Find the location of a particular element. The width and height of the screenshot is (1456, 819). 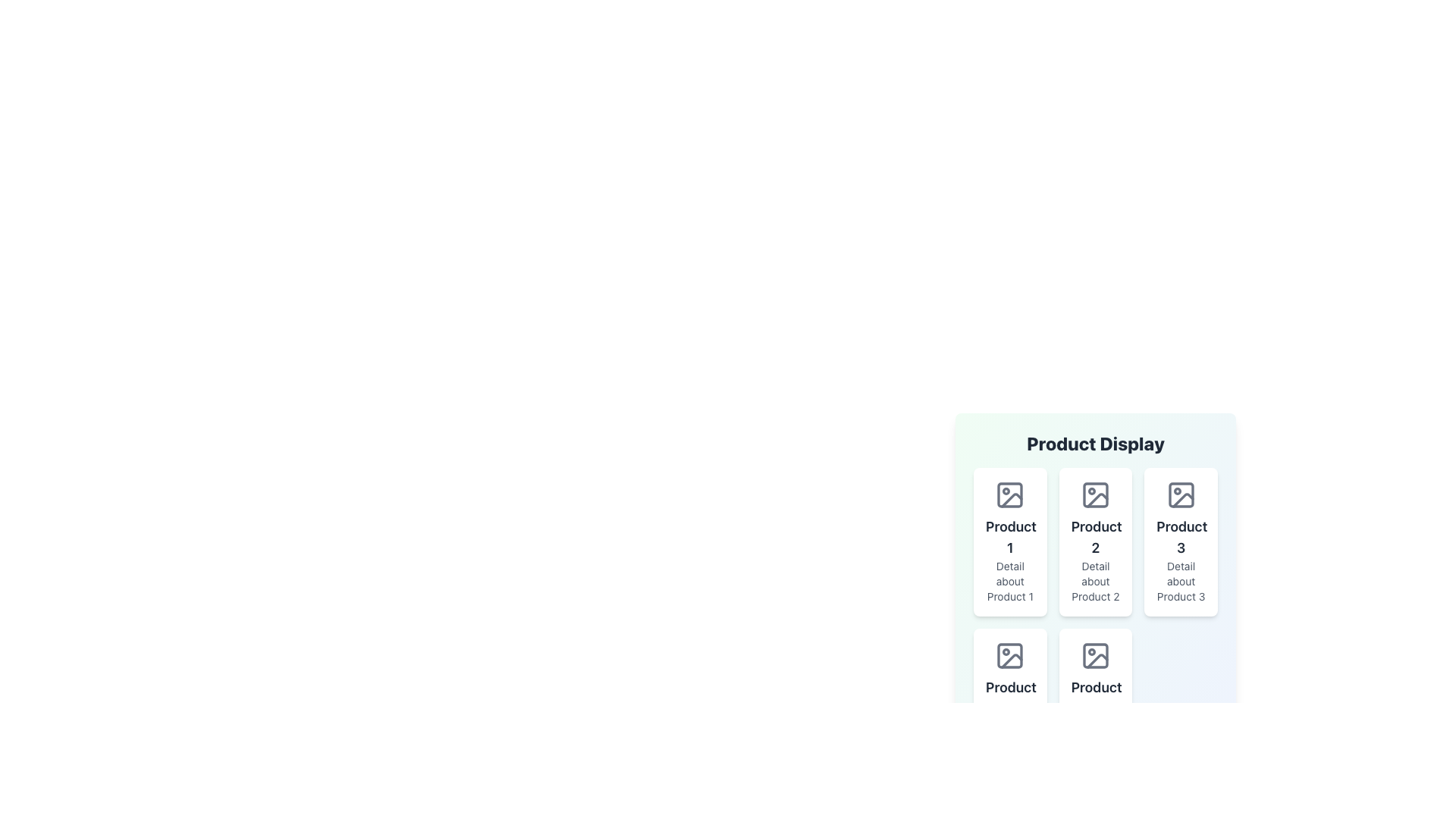

the Card element containing 'Product 3' with a white background, rounded corners, and an icon at the top is located at coordinates (1180, 541).